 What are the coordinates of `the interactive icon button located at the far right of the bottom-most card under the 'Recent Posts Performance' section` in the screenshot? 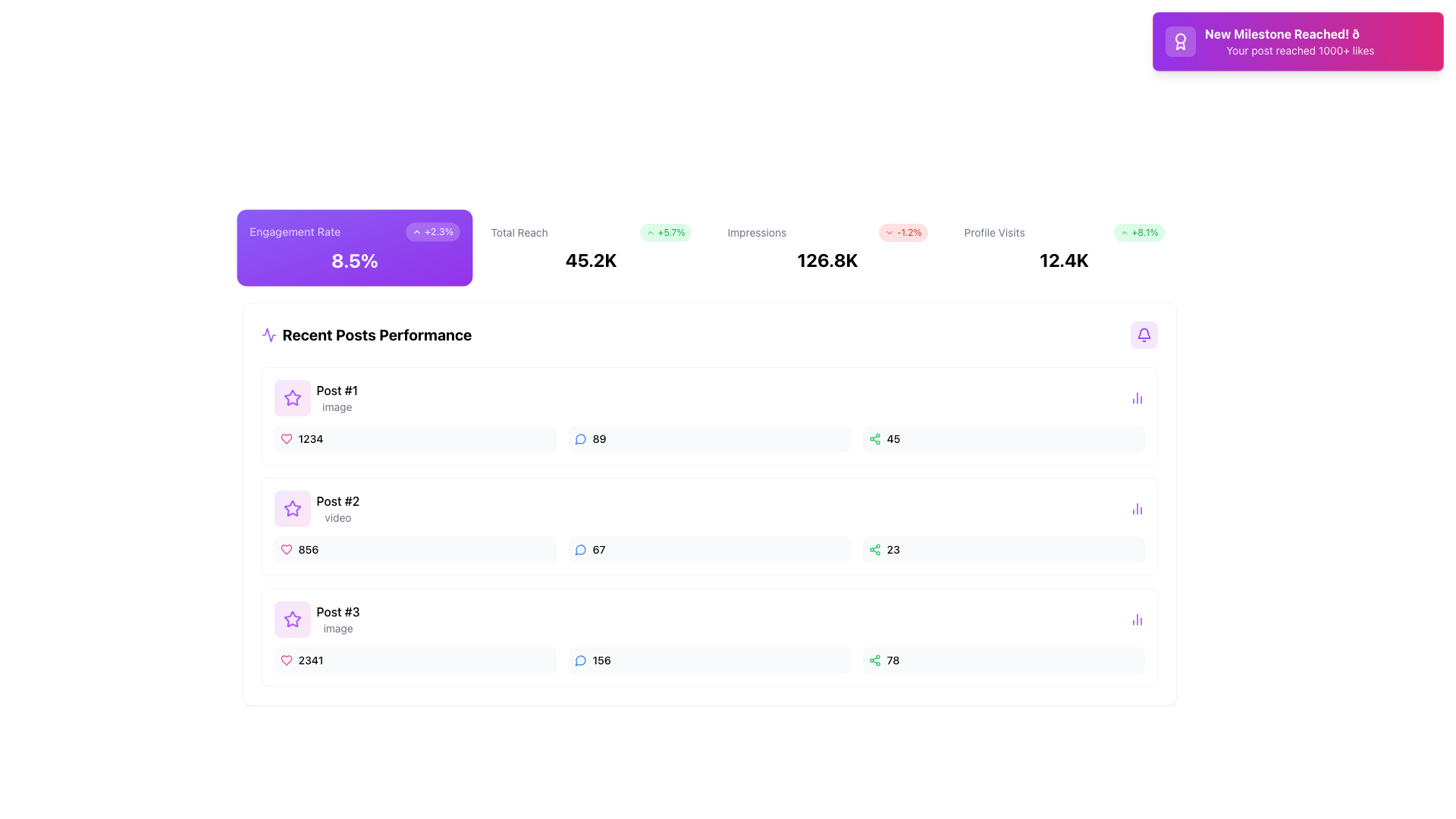 It's located at (1137, 620).